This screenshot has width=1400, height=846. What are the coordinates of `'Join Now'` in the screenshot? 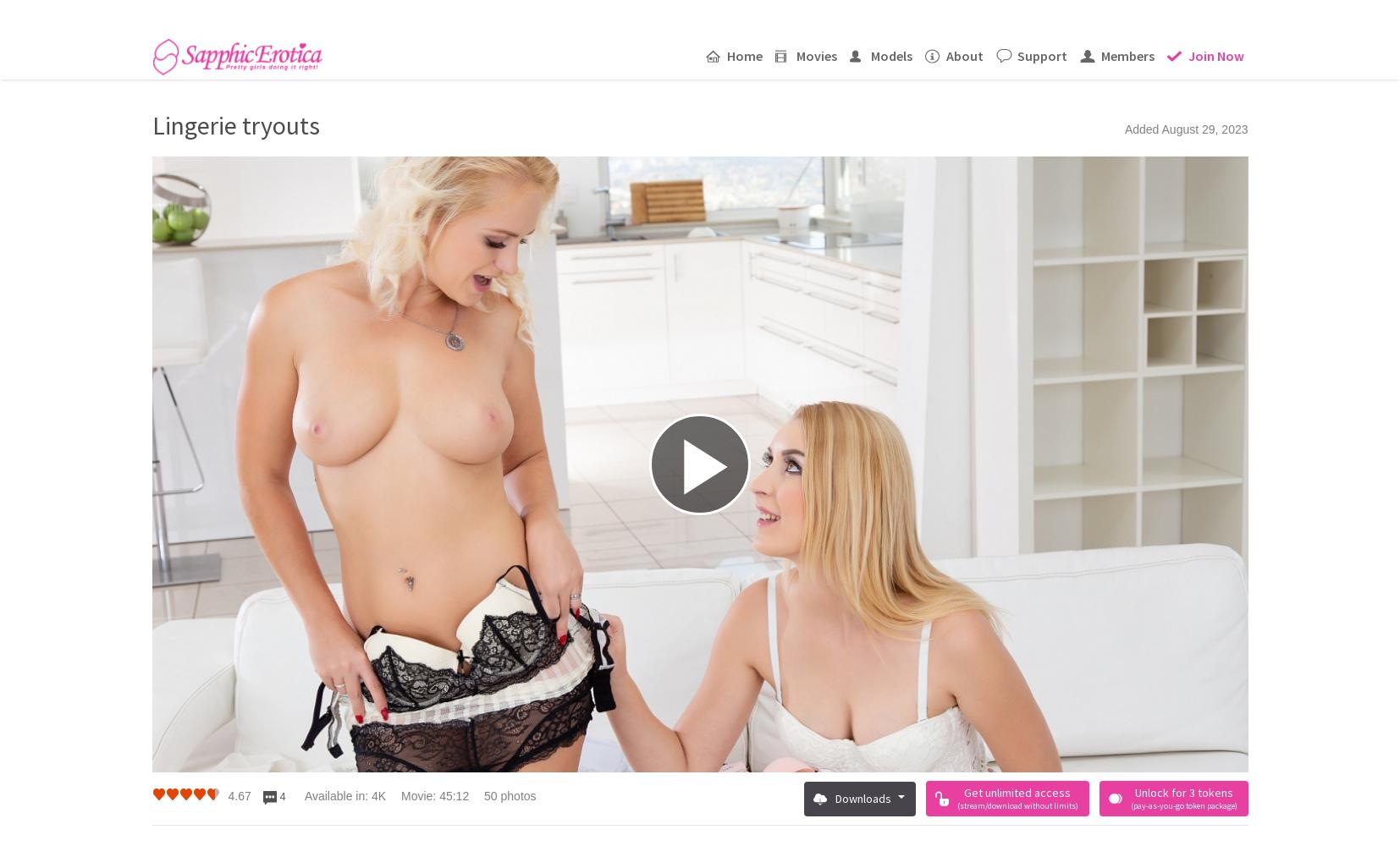 It's located at (1187, 54).